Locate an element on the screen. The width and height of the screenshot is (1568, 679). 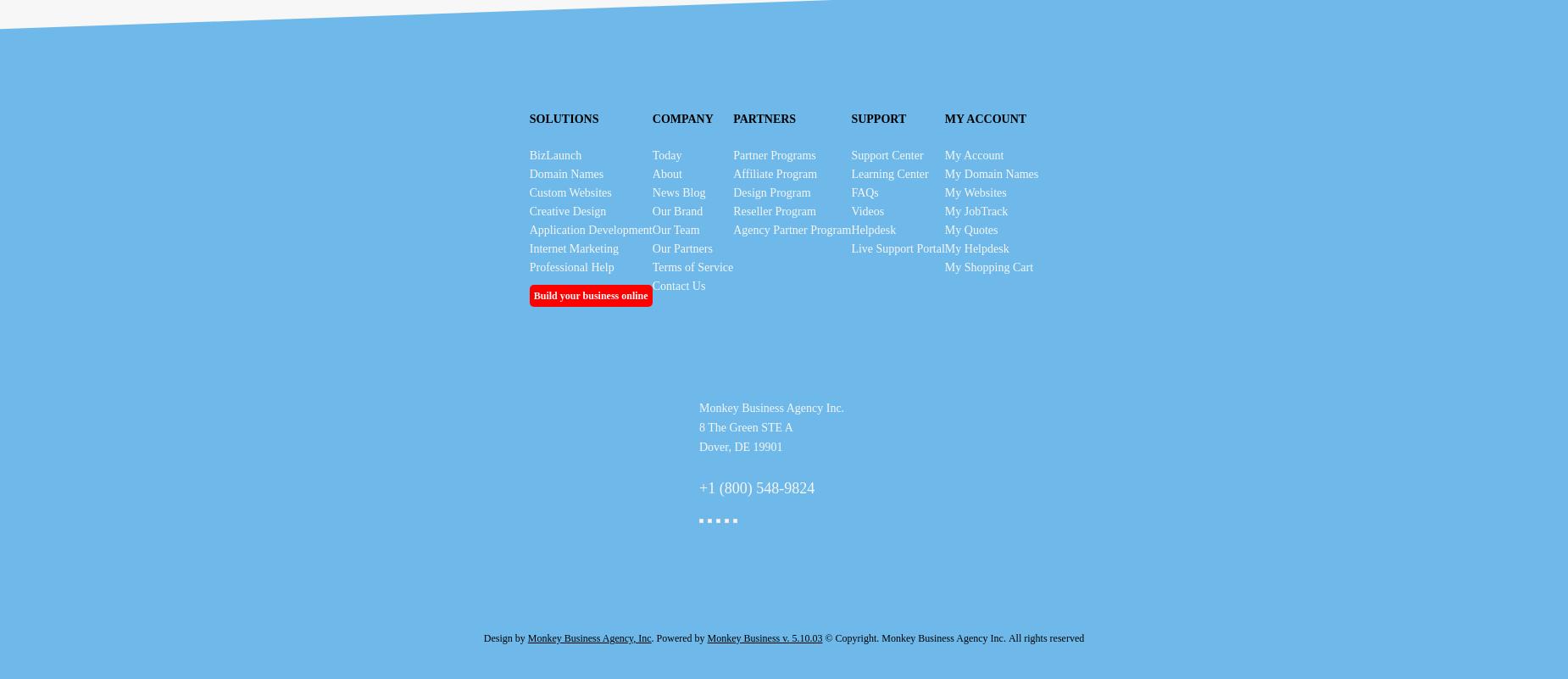
'FAQs' is located at coordinates (864, 192).